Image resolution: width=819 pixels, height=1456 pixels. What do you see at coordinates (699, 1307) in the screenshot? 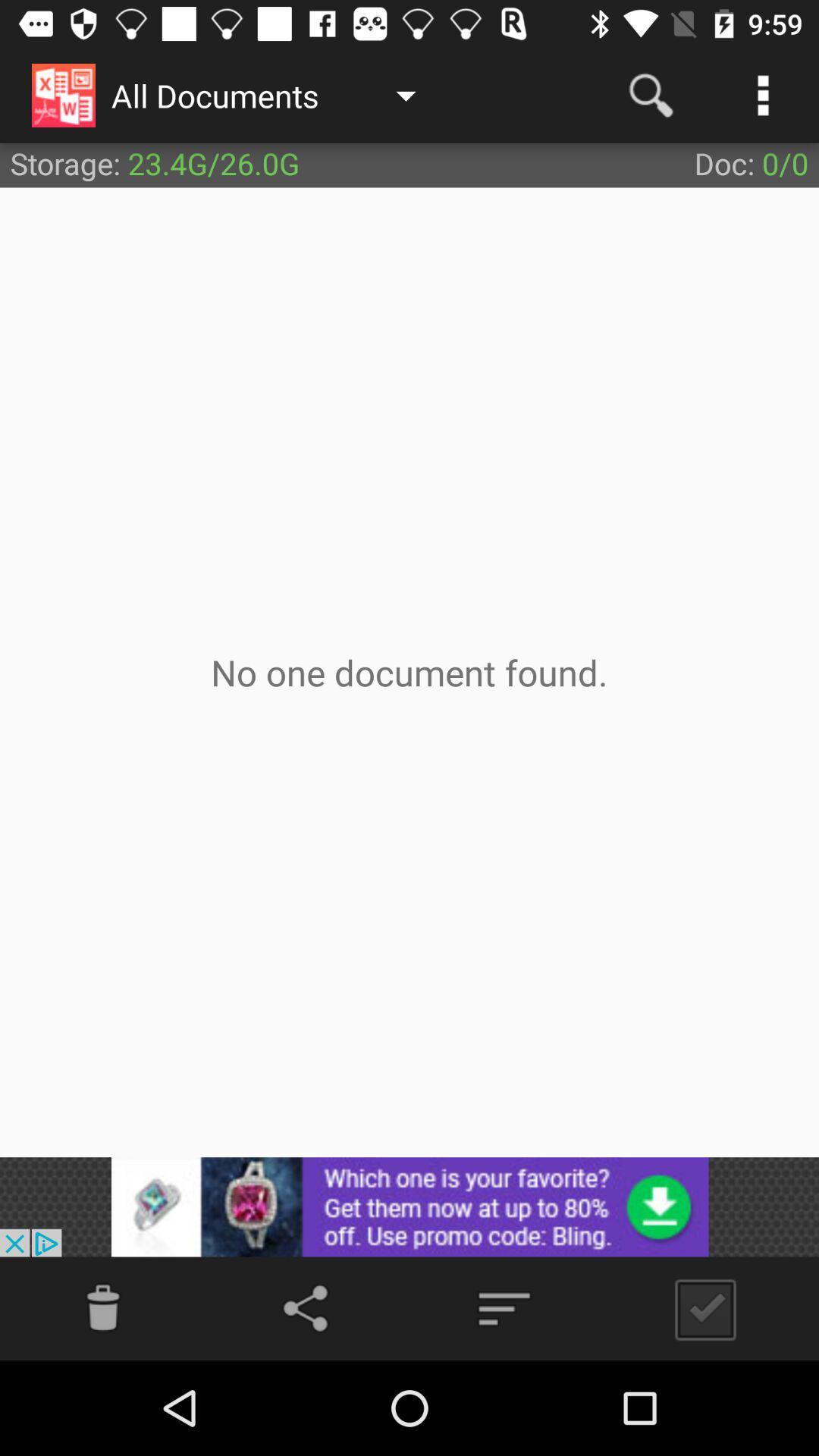
I see `button` at bounding box center [699, 1307].